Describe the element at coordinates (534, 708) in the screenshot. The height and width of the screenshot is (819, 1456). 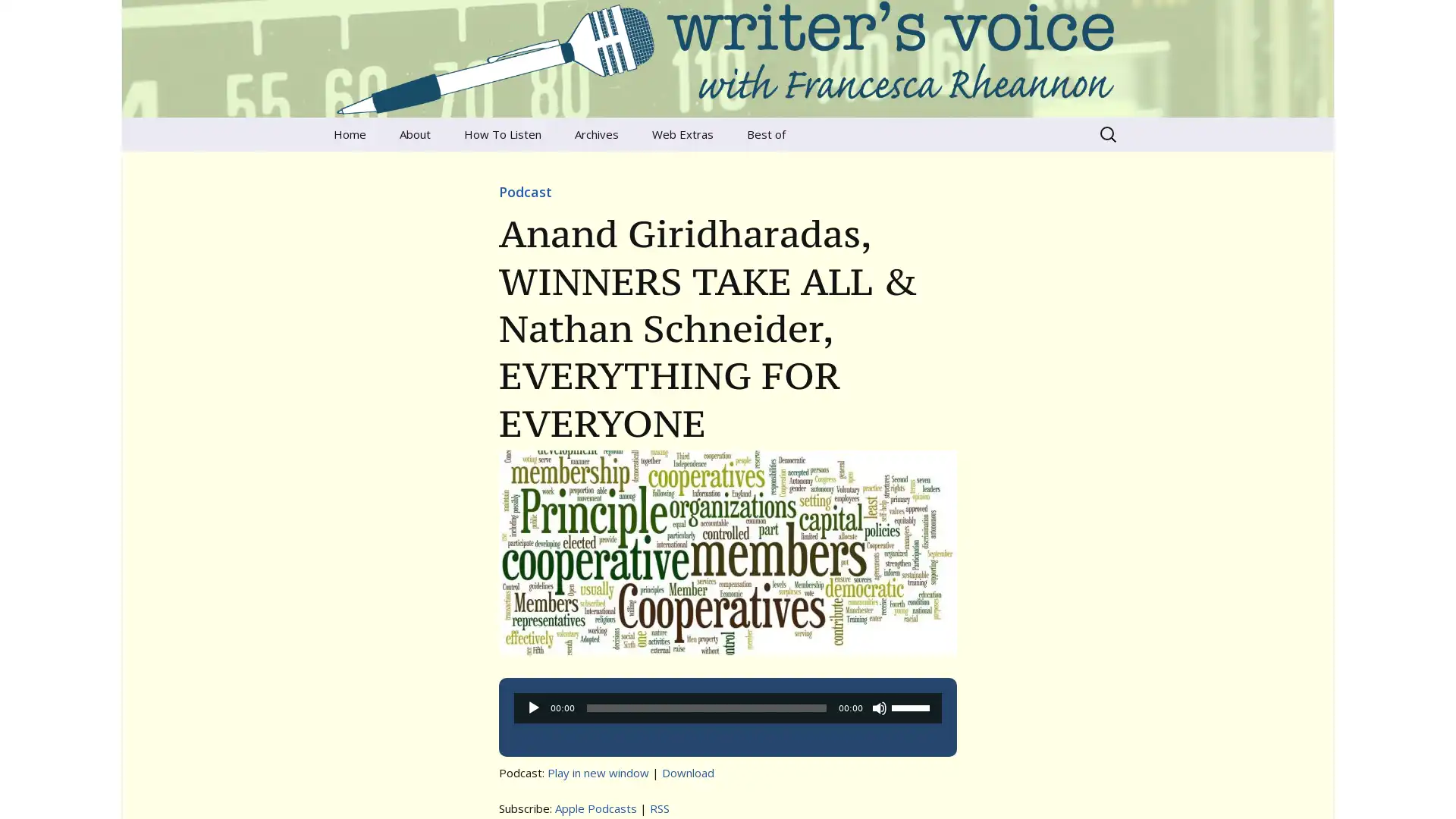
I see `Play` at that location.